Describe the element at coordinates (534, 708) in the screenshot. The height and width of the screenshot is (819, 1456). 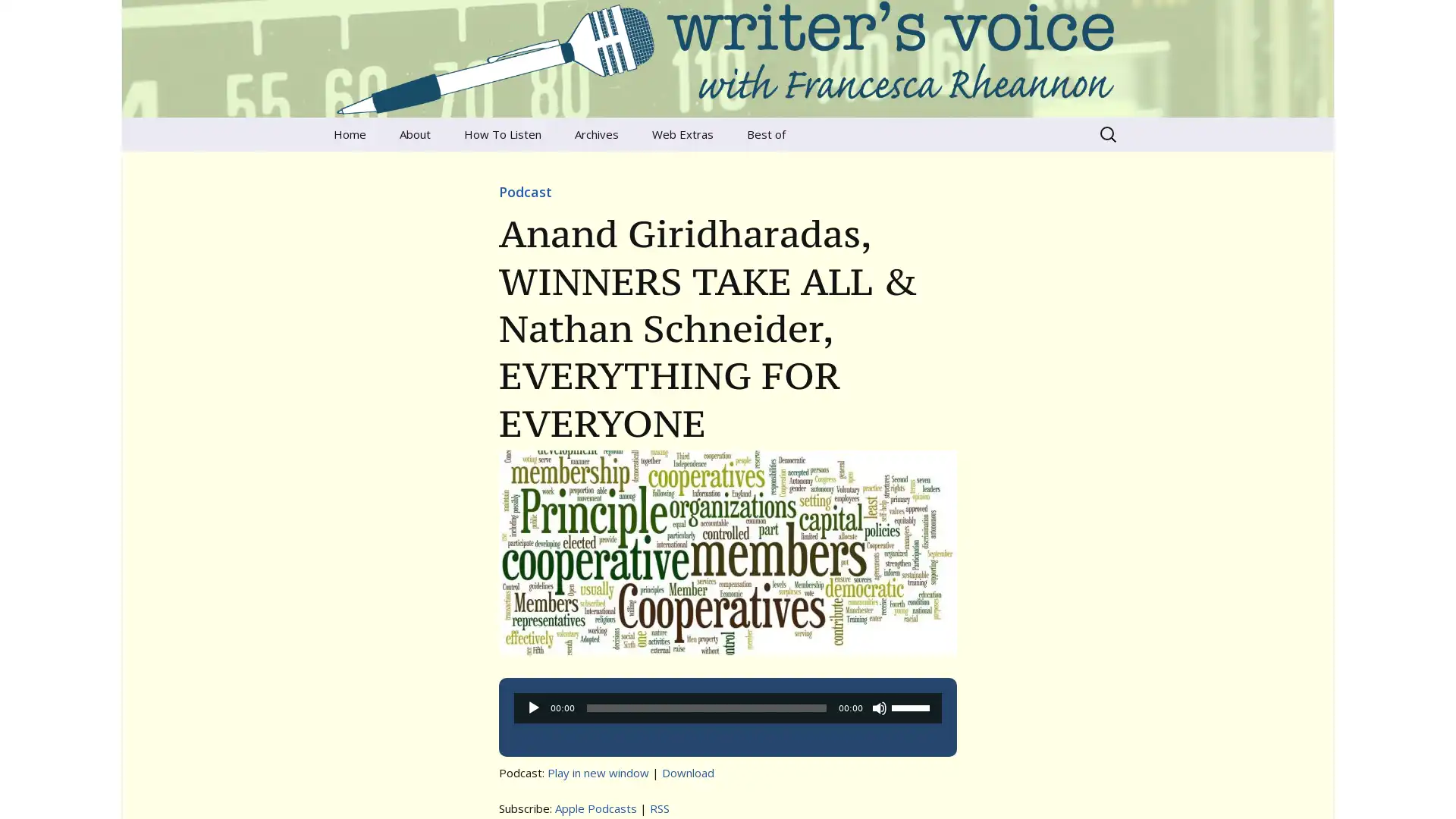
I see `Play` at that location.